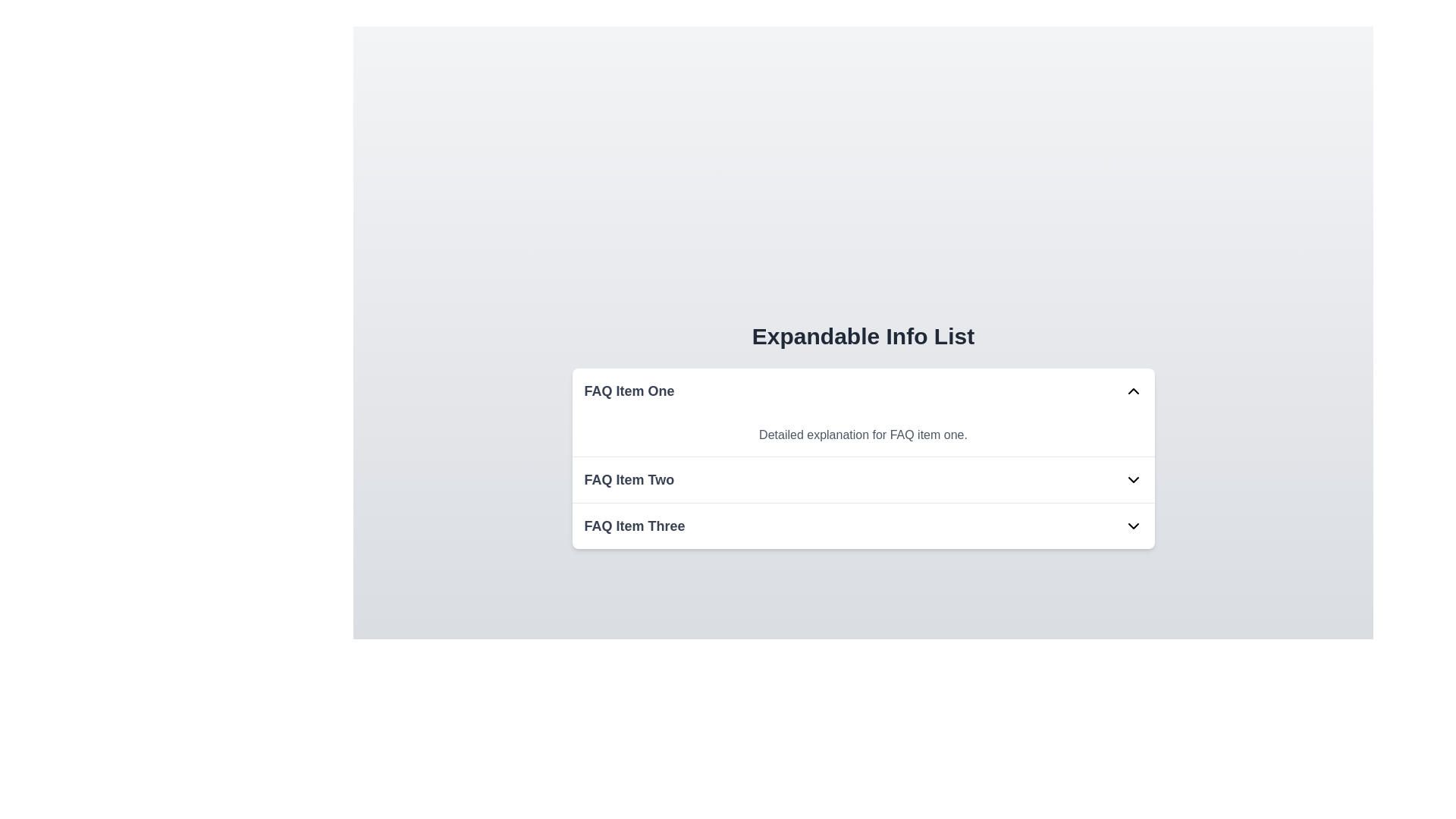 This screenshot has width=1456, height=819. What do you see at coordinates (1133, 526) in the screenshot?
I see `the downward-pointing chevron icon adjacent to 'FAQ Item Three' for potential visual feedback` at bounding box center [1133, 526].